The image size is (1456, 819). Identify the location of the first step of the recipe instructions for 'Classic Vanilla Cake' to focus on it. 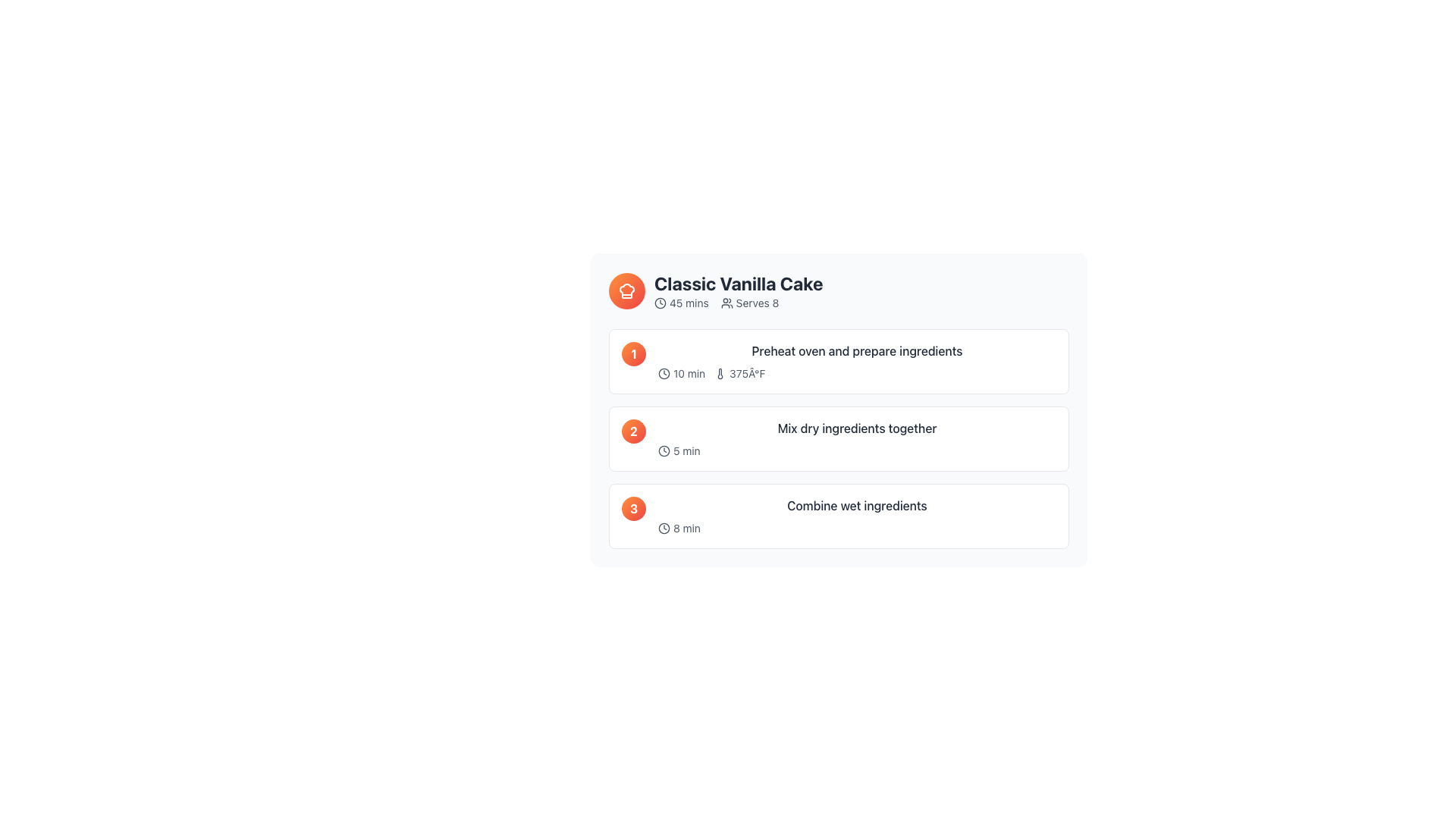
(838, 362).